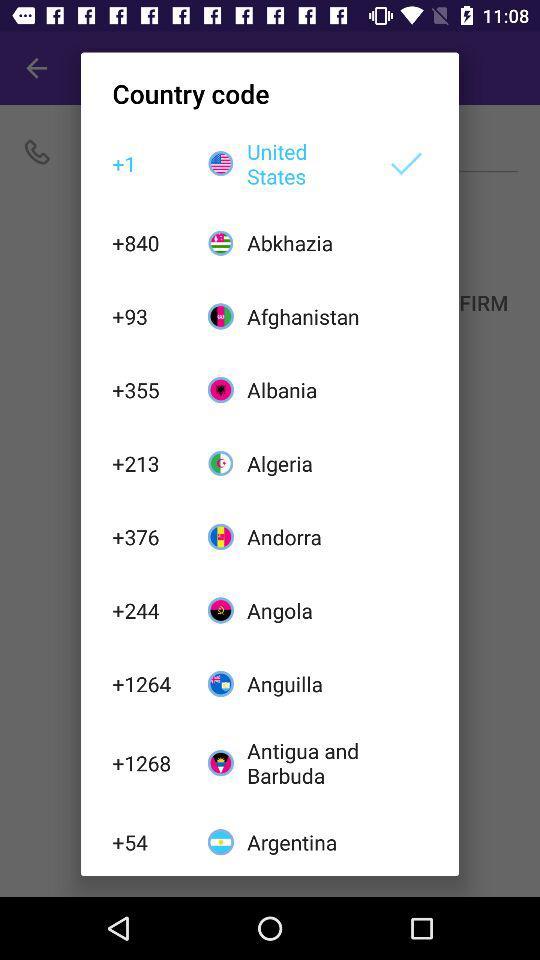  I want to click on the +1264 item, so click(148, 684).